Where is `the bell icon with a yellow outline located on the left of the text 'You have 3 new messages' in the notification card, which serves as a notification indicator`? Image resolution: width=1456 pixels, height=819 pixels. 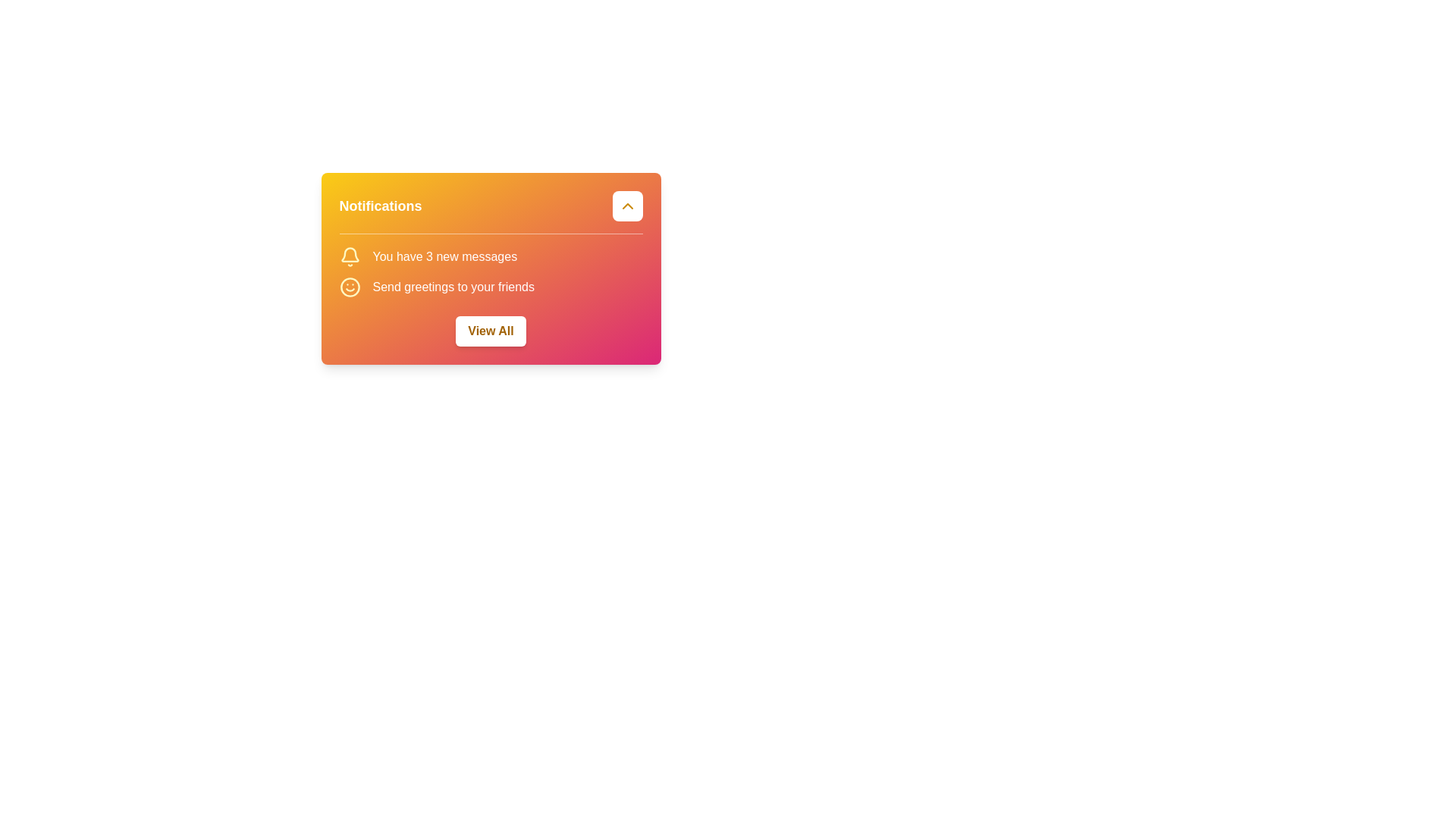
the bell icon with a yellow outline located on the left of the text 'You have 3 new messages' in the notification card, which serves as a notification indicator is located at coordinates (349, 256).